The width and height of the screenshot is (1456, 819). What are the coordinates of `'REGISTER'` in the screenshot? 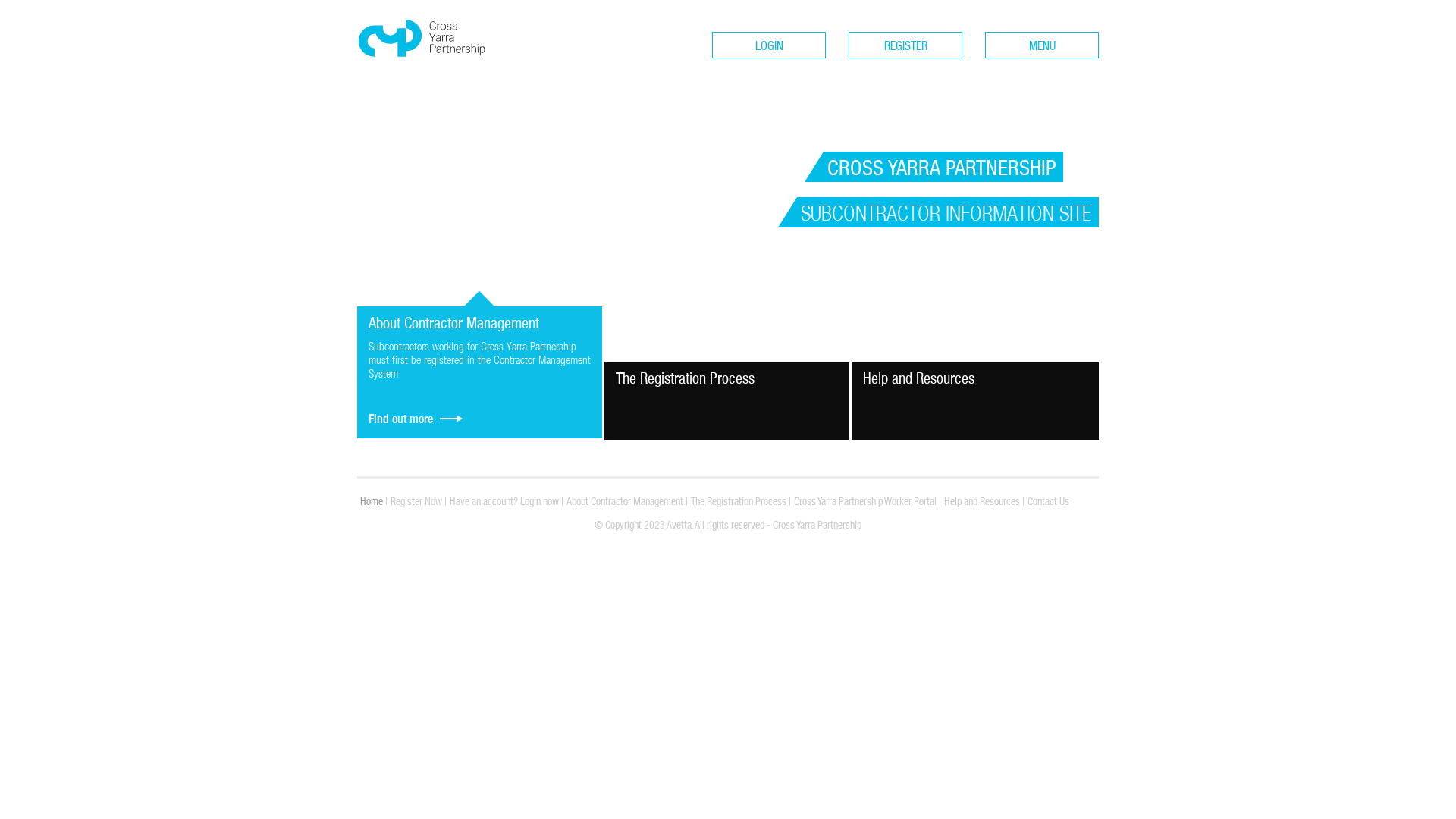 It's located at (905, 44).